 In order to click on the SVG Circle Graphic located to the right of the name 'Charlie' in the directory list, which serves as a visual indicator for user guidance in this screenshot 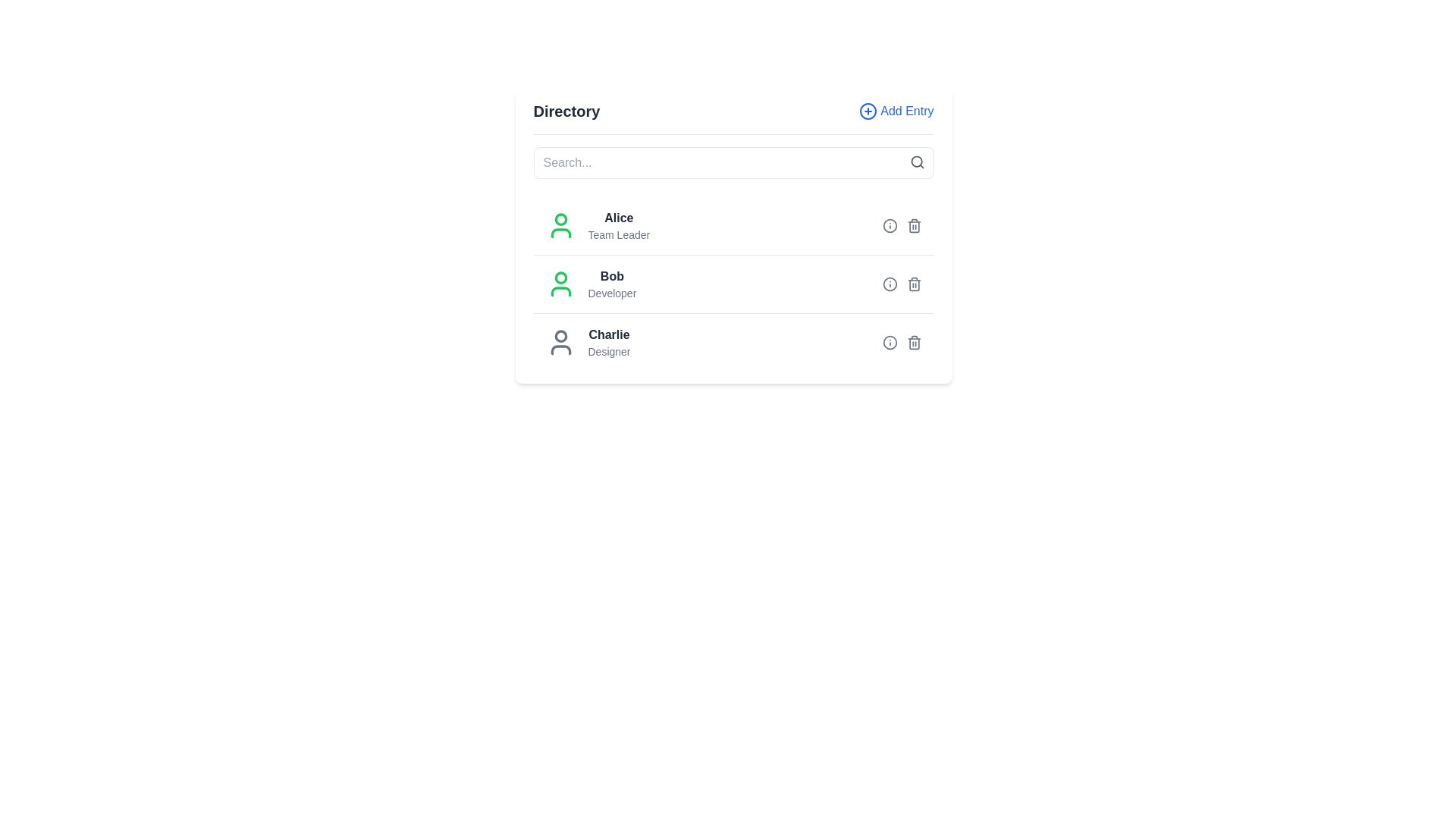, I will do `click(890, 342)`.